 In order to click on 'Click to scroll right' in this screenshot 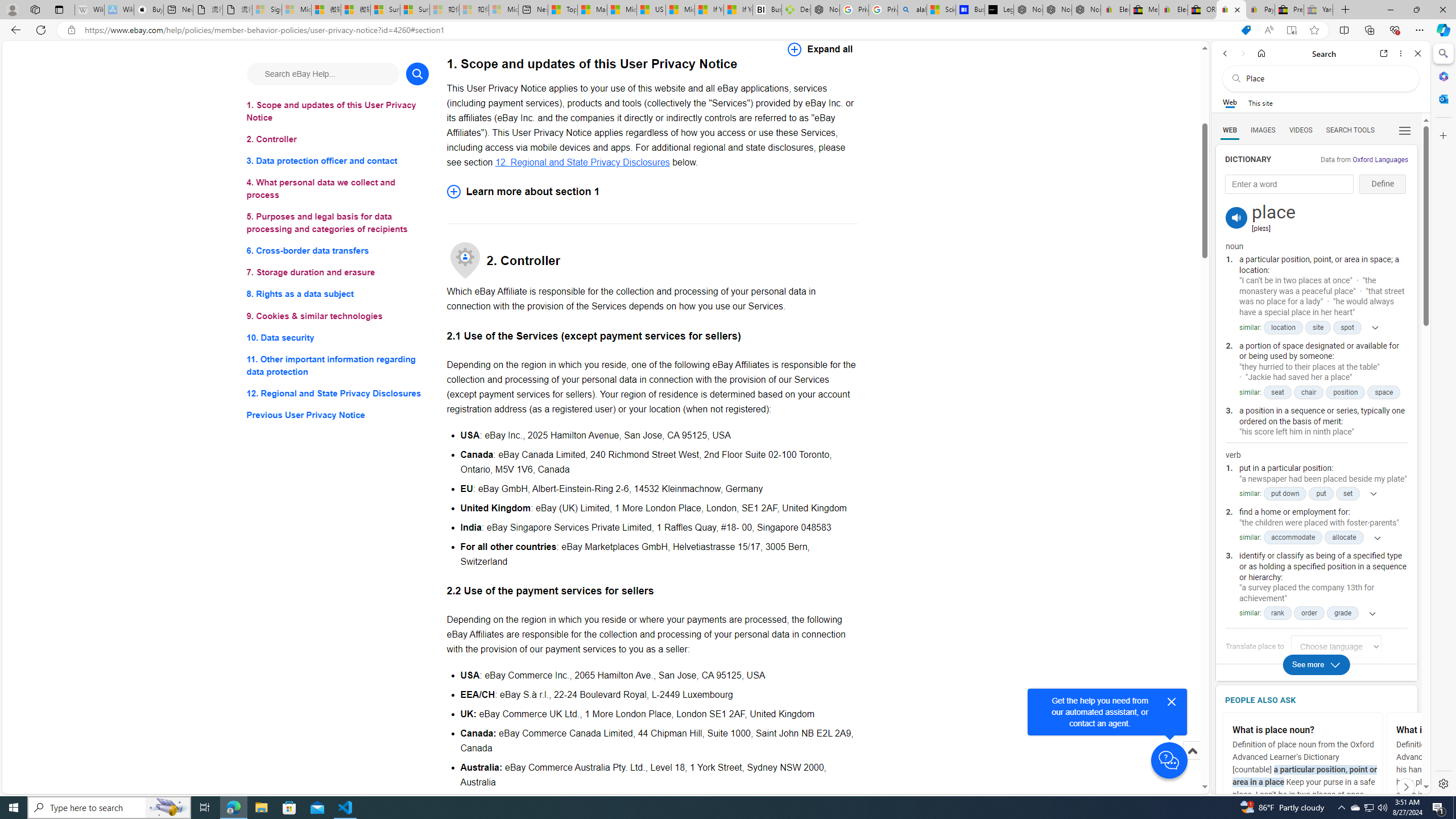, I will do `click(1405, 786)`.